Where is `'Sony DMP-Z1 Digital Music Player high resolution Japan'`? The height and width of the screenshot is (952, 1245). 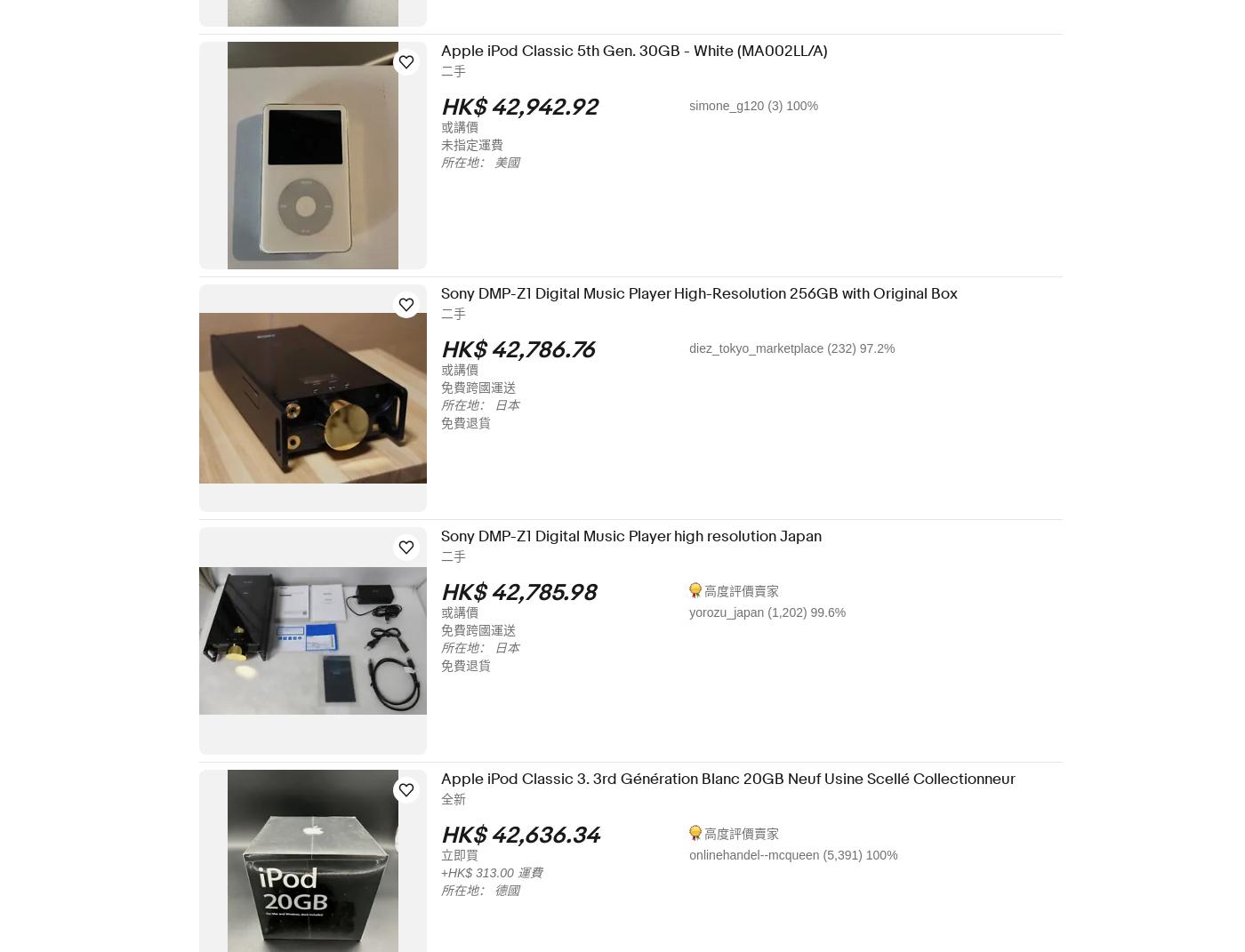
'Sony DMP-Z1 Digital Music Player high resolution Japan' is located at coordinates (642, 536).